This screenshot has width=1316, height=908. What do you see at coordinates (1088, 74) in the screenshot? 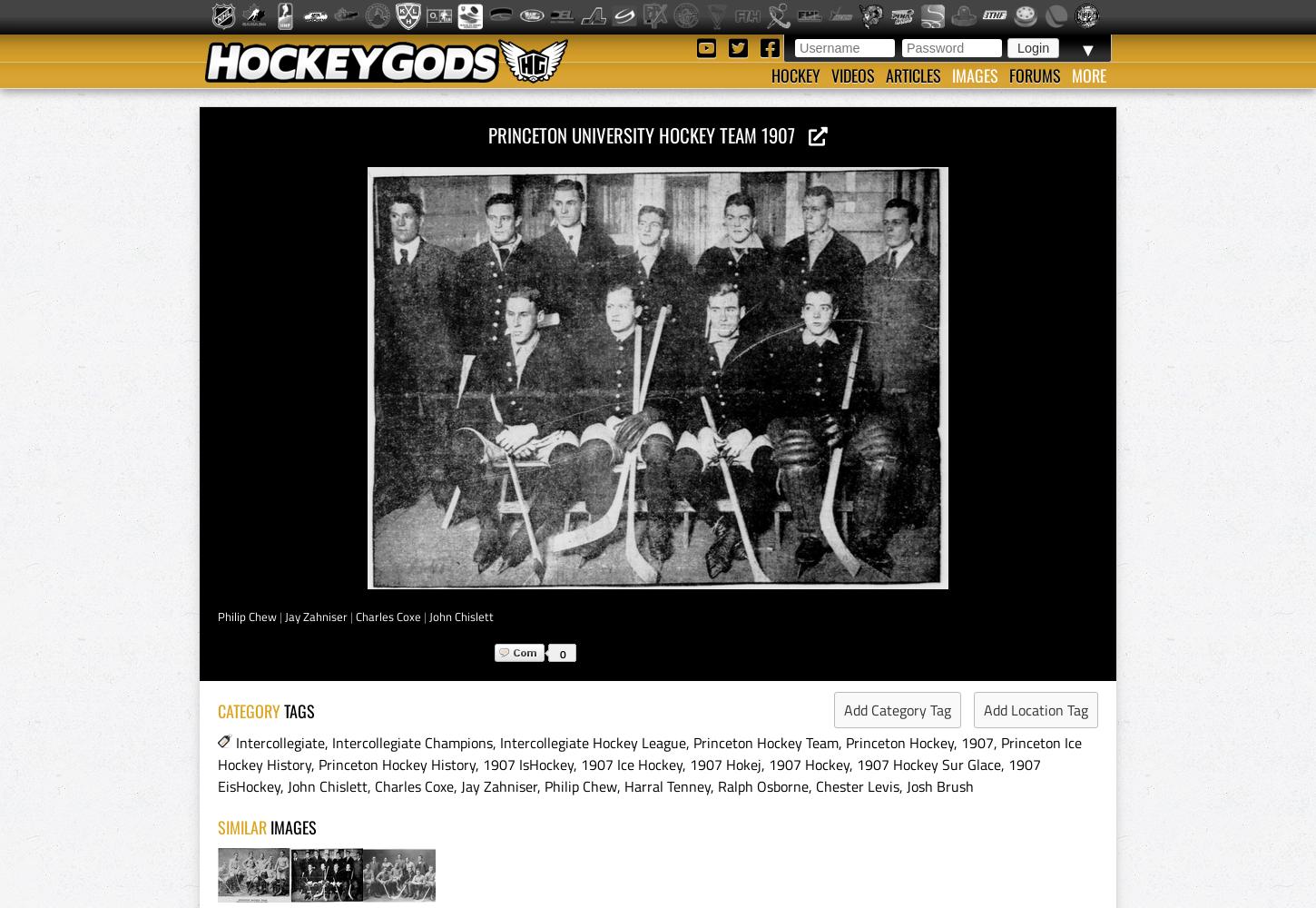
I see `'More'` at bounding box center [1088, 74].